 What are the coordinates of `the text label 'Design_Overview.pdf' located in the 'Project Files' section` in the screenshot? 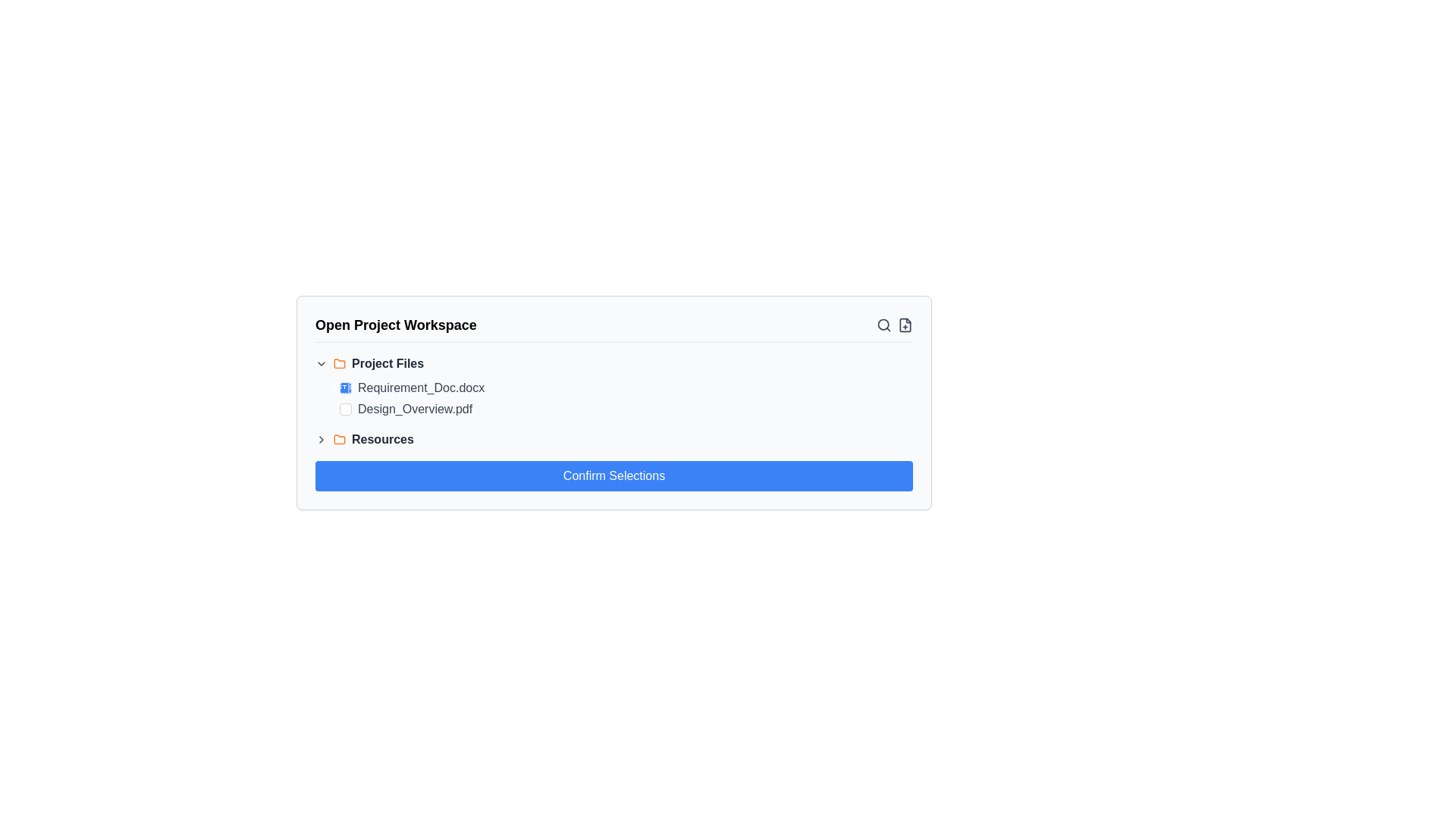 It's located at (415, 409).